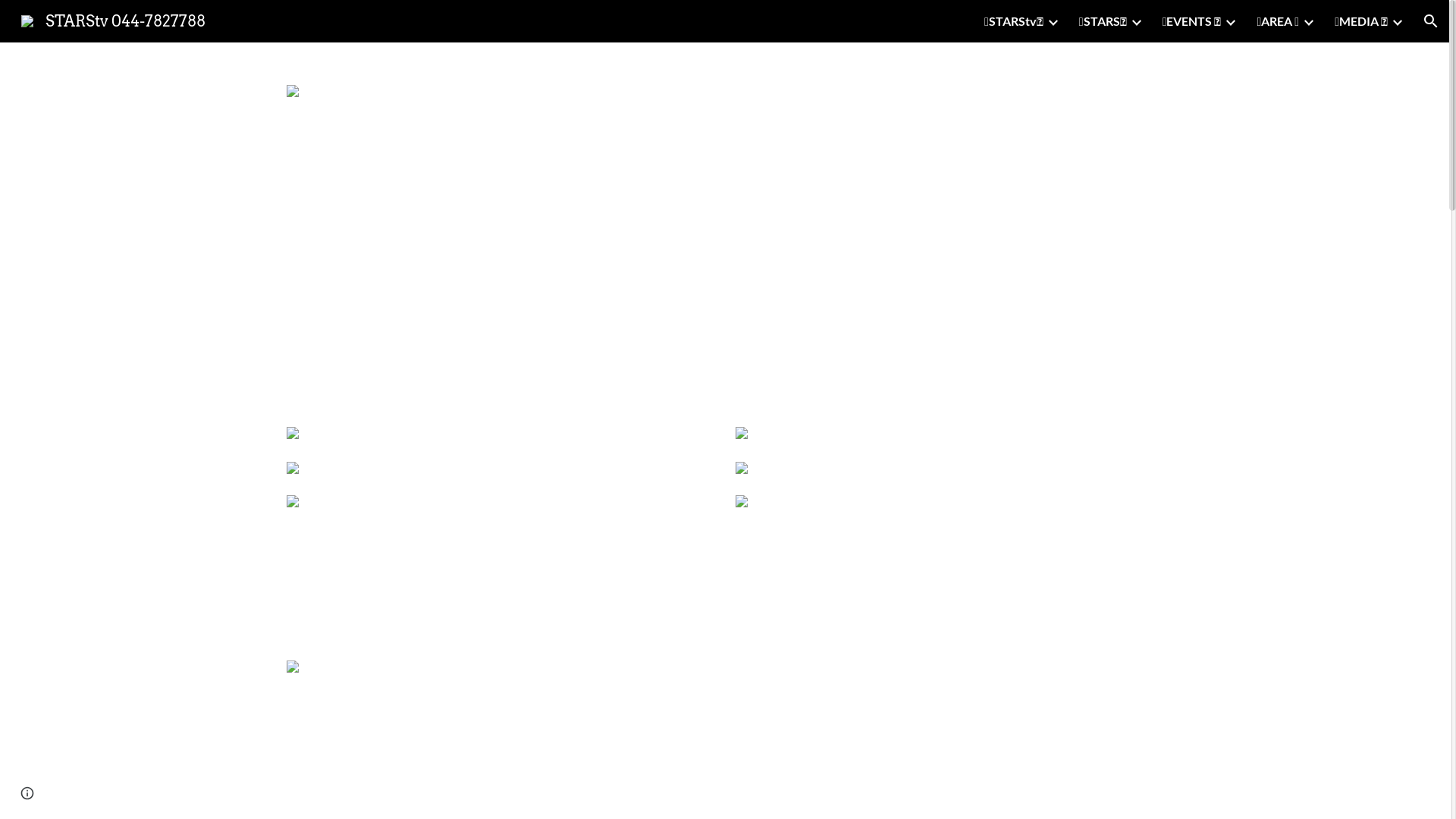 Image resolution: width=1456 pixels, height=819 pixels. Describe the element at coordinates (1307, 20) in the screenshot. I see `'Expand/Collapse'` at that location.